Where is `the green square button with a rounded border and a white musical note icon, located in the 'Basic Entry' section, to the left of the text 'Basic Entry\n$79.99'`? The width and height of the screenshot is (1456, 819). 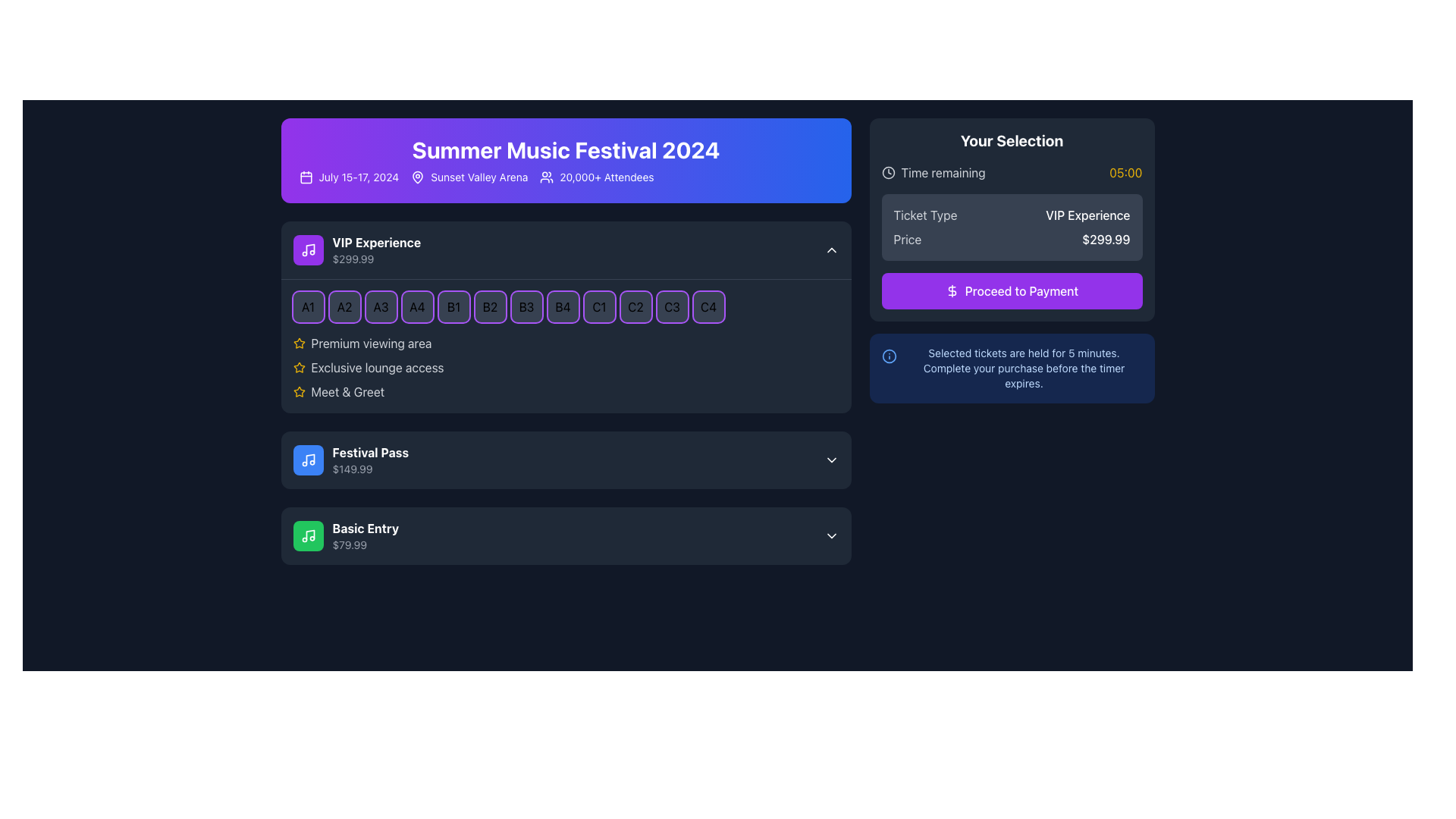
the green square button with a rounded border and a white musical note icon, located in the 'Basic Entry' section, to the left of the text 'Basic Entry\n$79.99' is located at coordinates (307, 535).